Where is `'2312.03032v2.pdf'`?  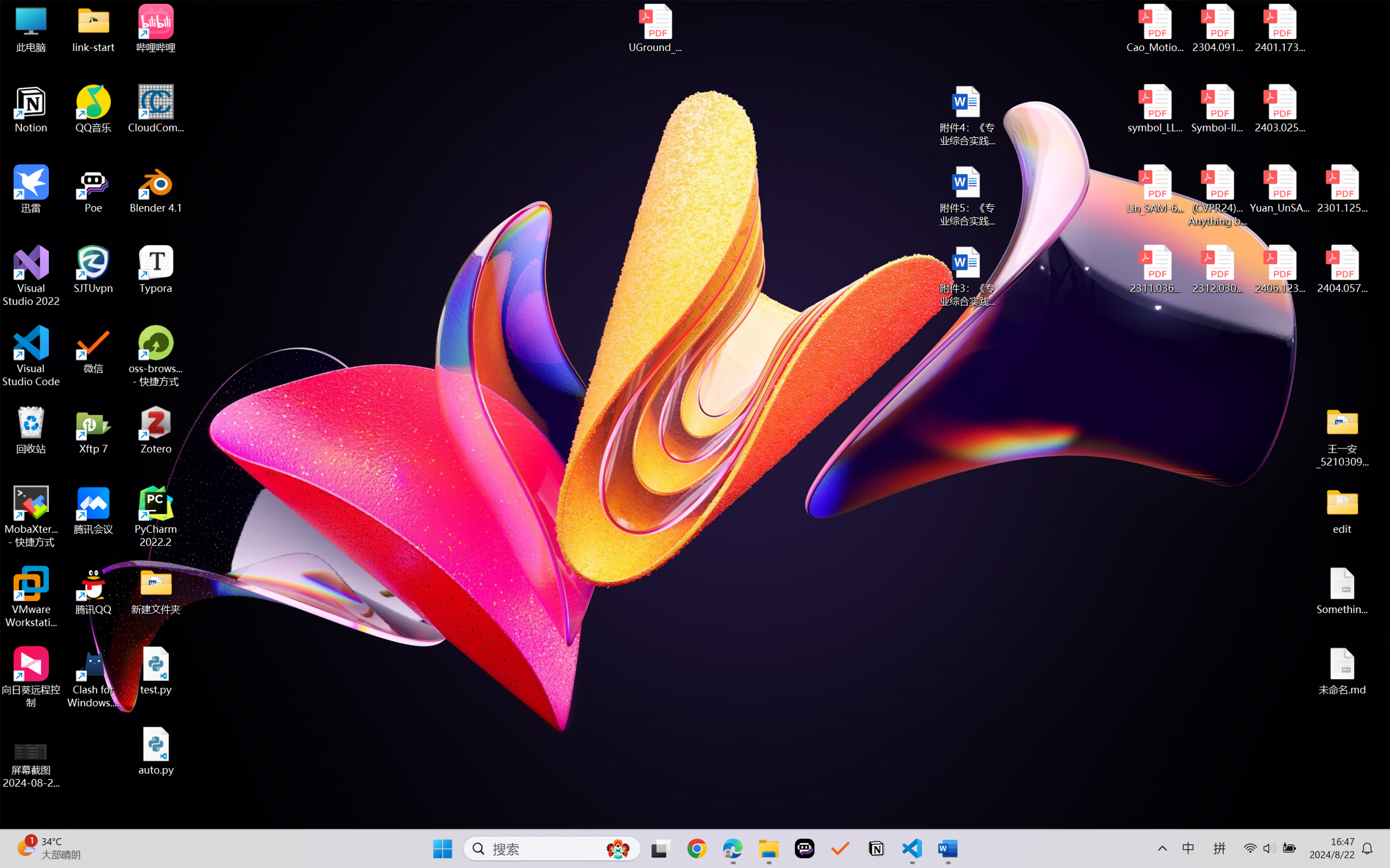
'2312.03032v2.pdf' is located at coordinates (1217, 269).